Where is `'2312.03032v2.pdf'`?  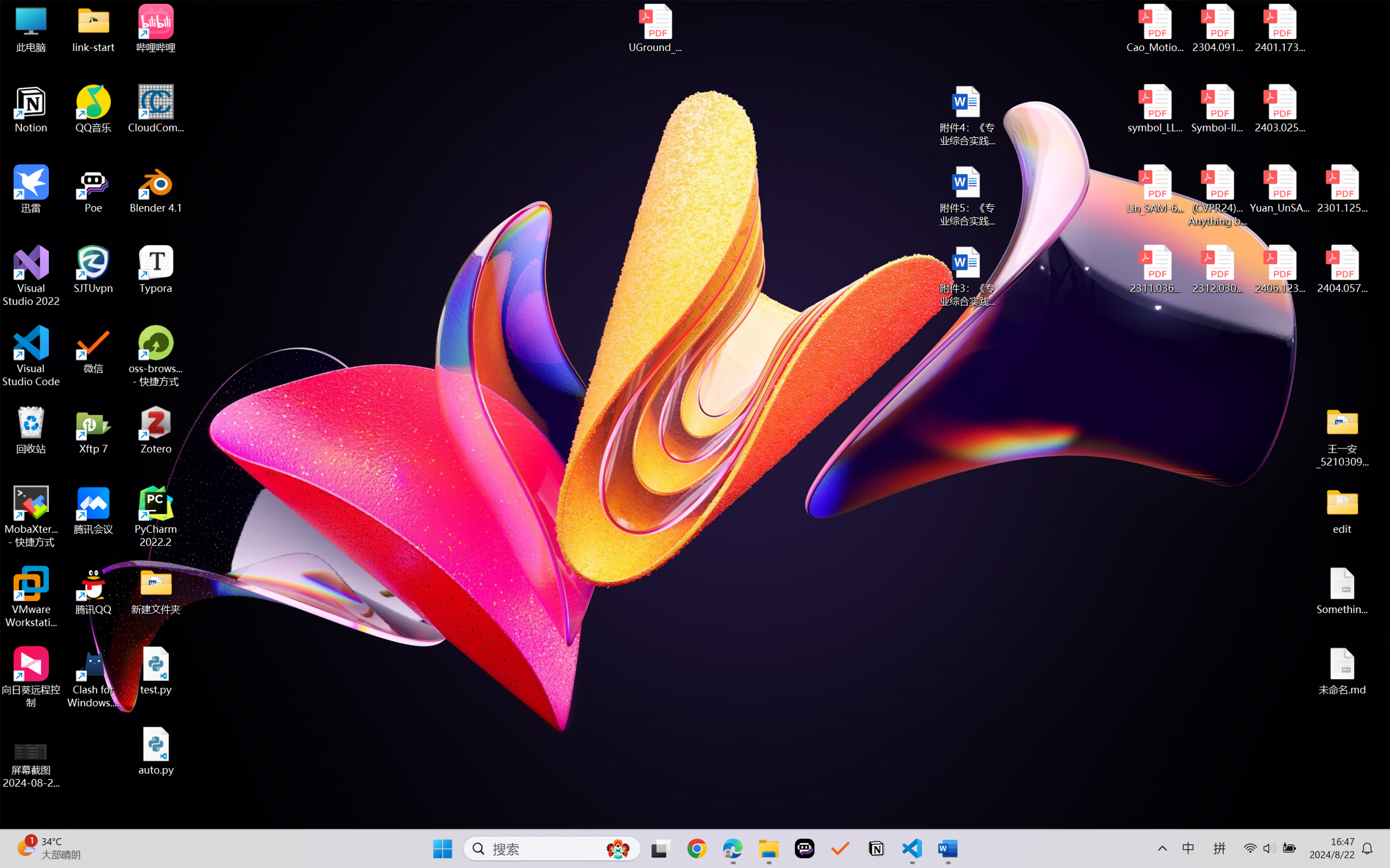
'2312.03032v2.pdf' is located at coordinates (1217, 269).